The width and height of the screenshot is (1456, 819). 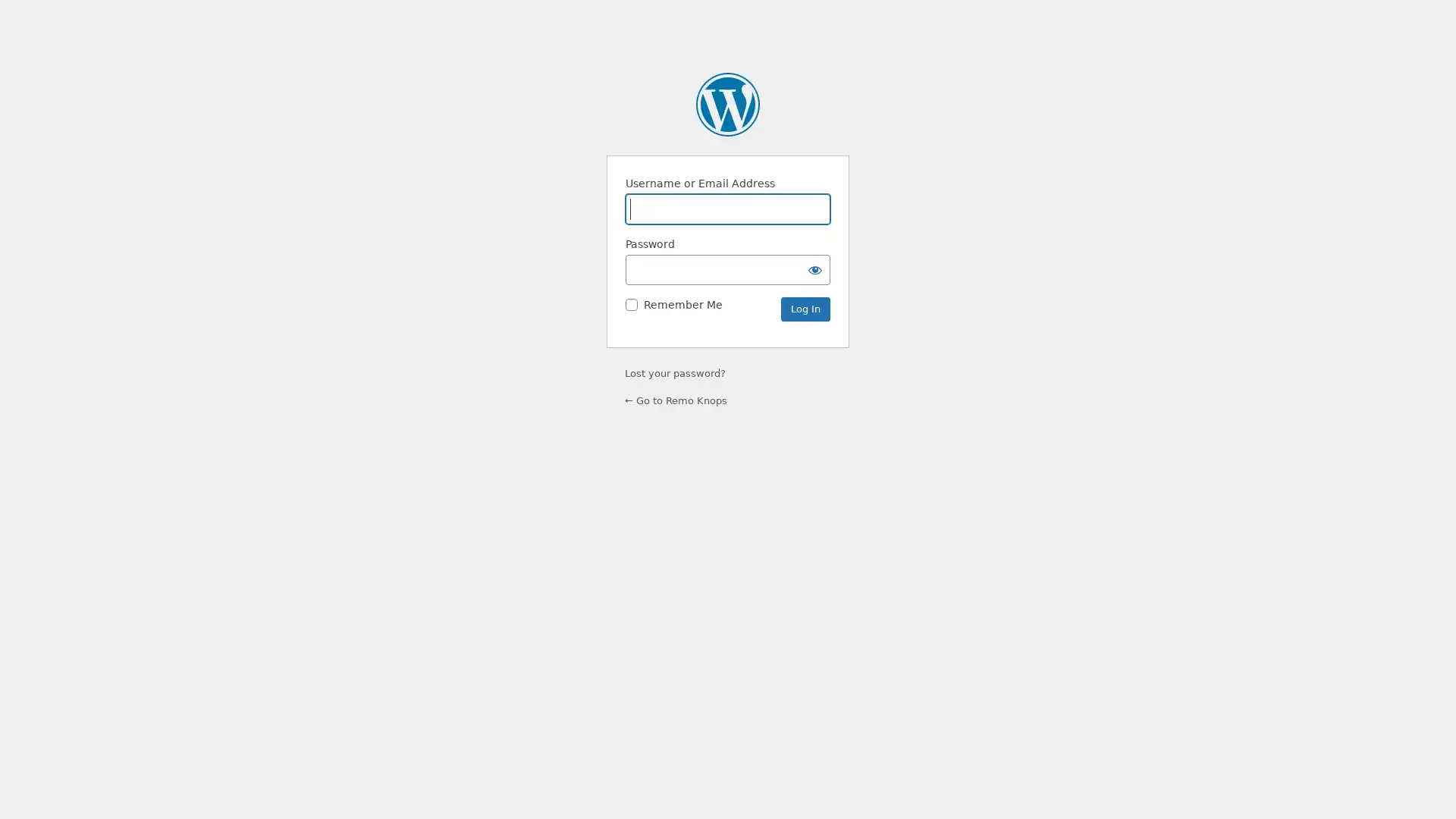 What do you see at coordinates (814, 268) in the screenshot?
I see `Show password` at bounding box center [814, 268].